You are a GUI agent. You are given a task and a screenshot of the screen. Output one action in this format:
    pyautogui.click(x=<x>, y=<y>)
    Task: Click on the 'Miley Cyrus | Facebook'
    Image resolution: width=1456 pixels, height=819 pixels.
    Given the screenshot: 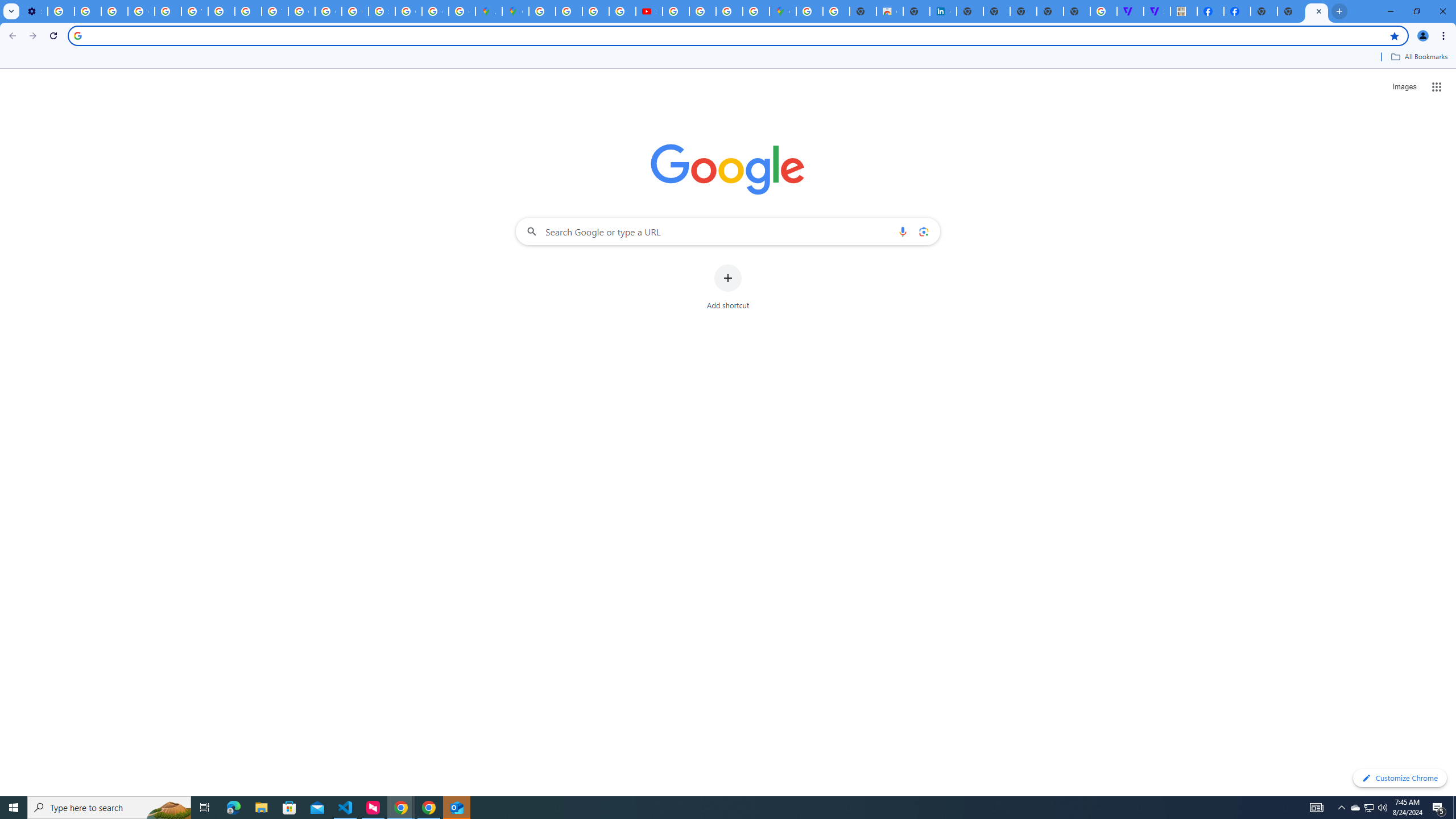 What is the action you would take?
    pyautogui.click(x=1210, y=11)
    